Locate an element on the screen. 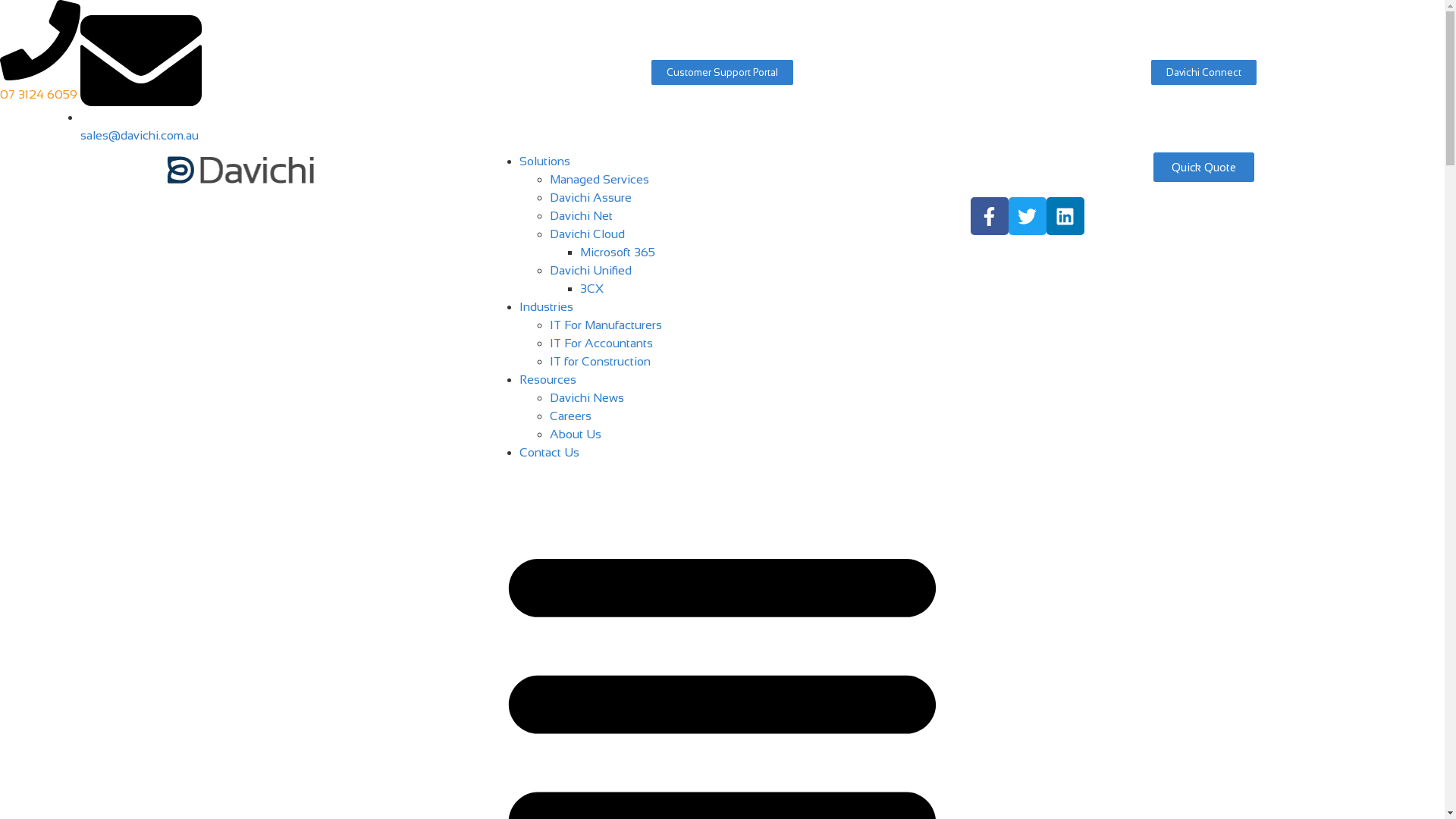 The width and height of the screenshot is (1456, 819). 'Customer Support Portal' is located at coordinates (721, 72).